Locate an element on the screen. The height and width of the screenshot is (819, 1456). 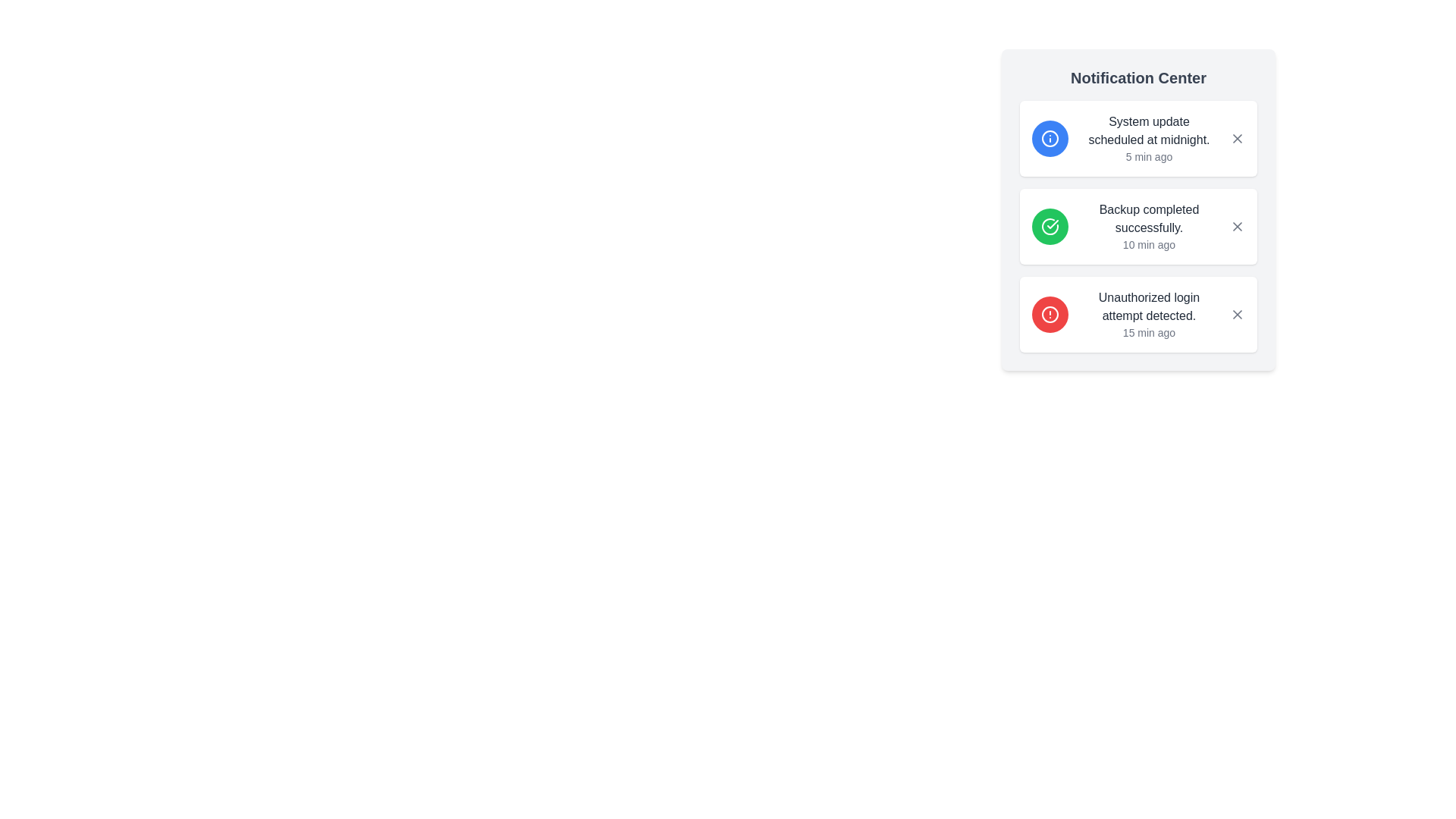
the timestamp Label element located in the Notification Center panel, which indicates when the action occurred, positioned between 'System update scheduled at midnight.' and 'Unauthorized login attempt detected.' is located at coordinates (1149, 244).